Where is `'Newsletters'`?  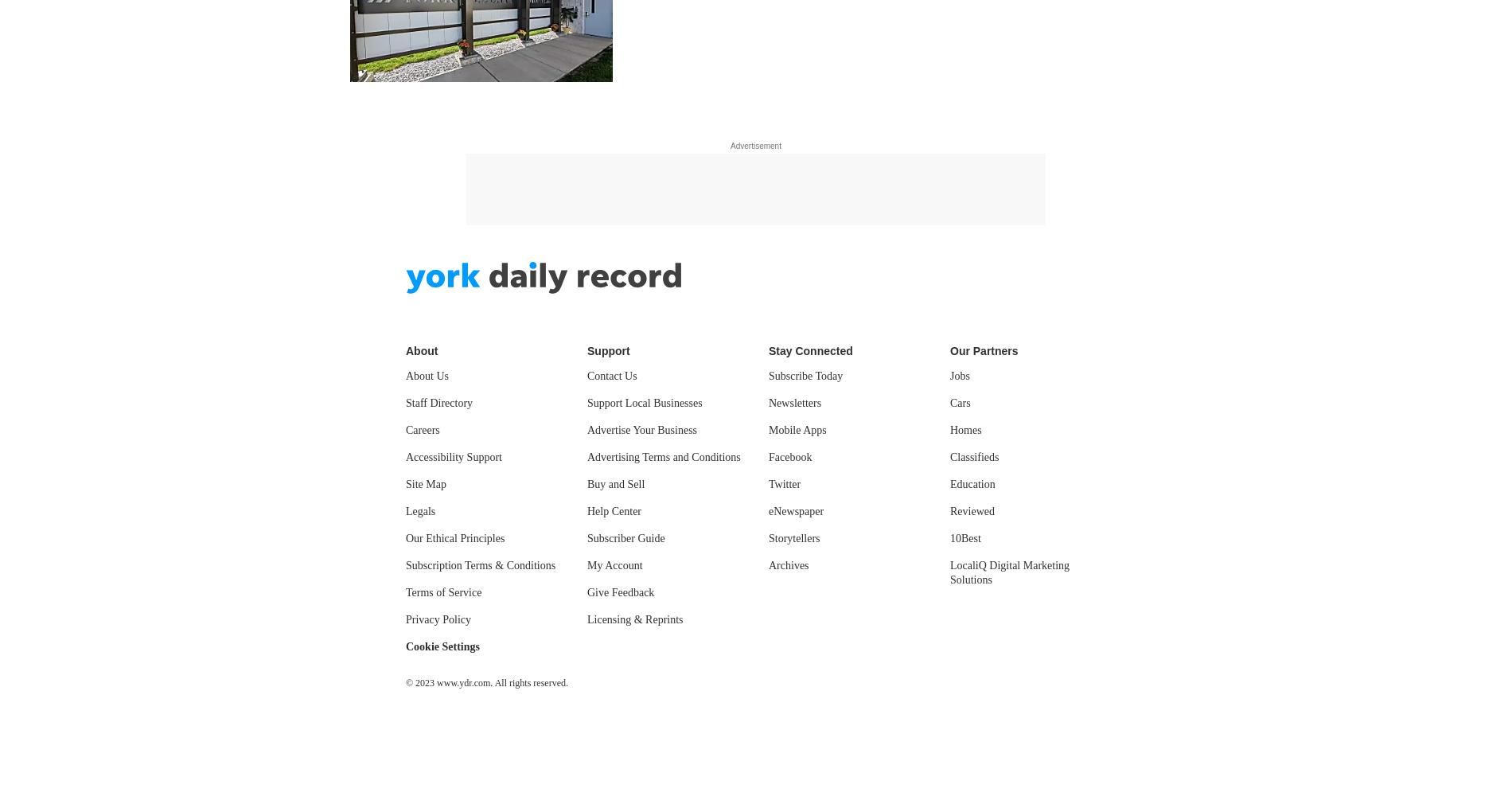 'Newsletters' is located at coordinates (768, 403).